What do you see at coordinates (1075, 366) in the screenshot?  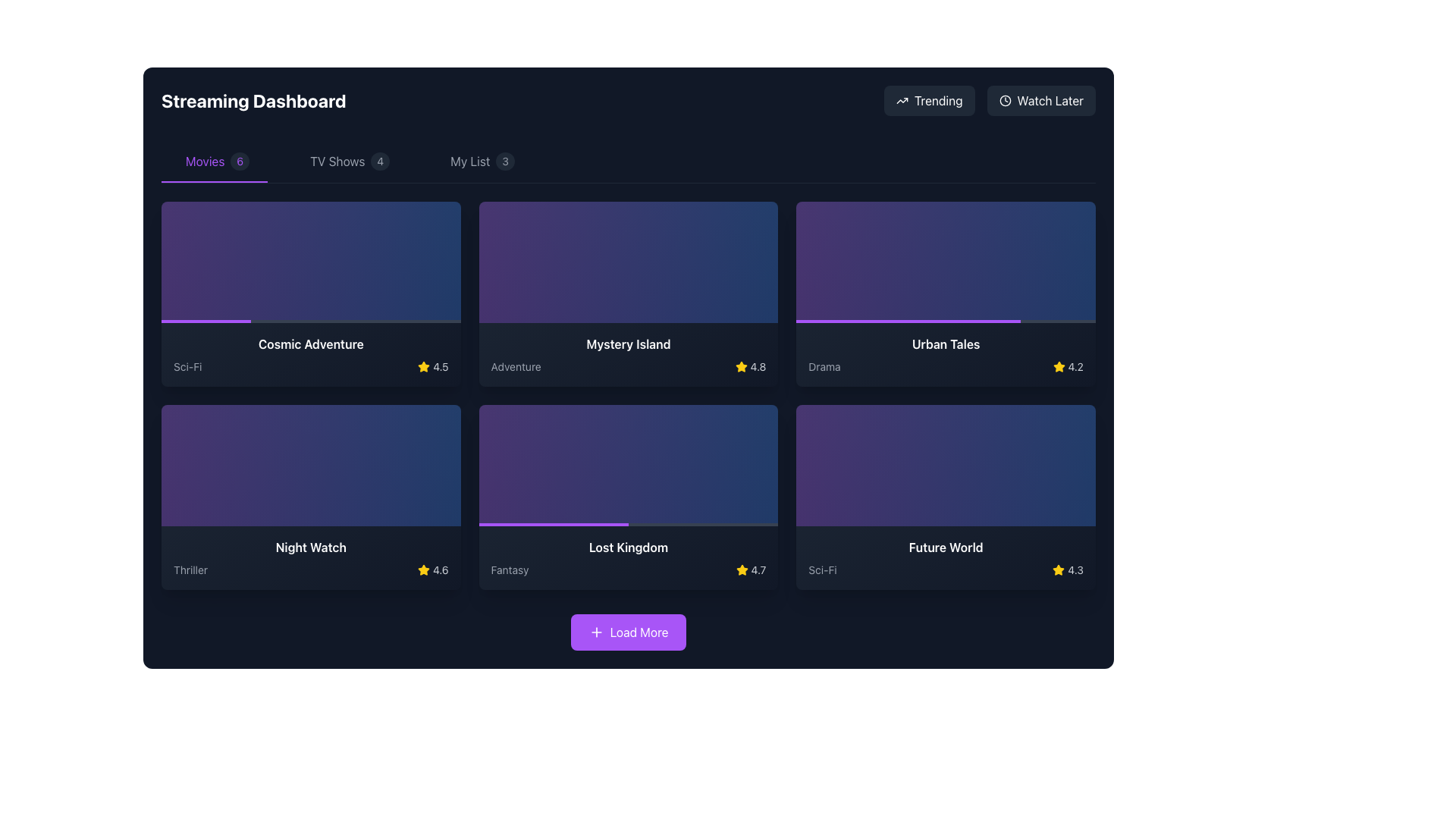 I see `rating number displayed as '4.2' in light gray color, located next to the yellow star icon within the 'Urban Tales' movie card` at bounding box center [1075, 366].